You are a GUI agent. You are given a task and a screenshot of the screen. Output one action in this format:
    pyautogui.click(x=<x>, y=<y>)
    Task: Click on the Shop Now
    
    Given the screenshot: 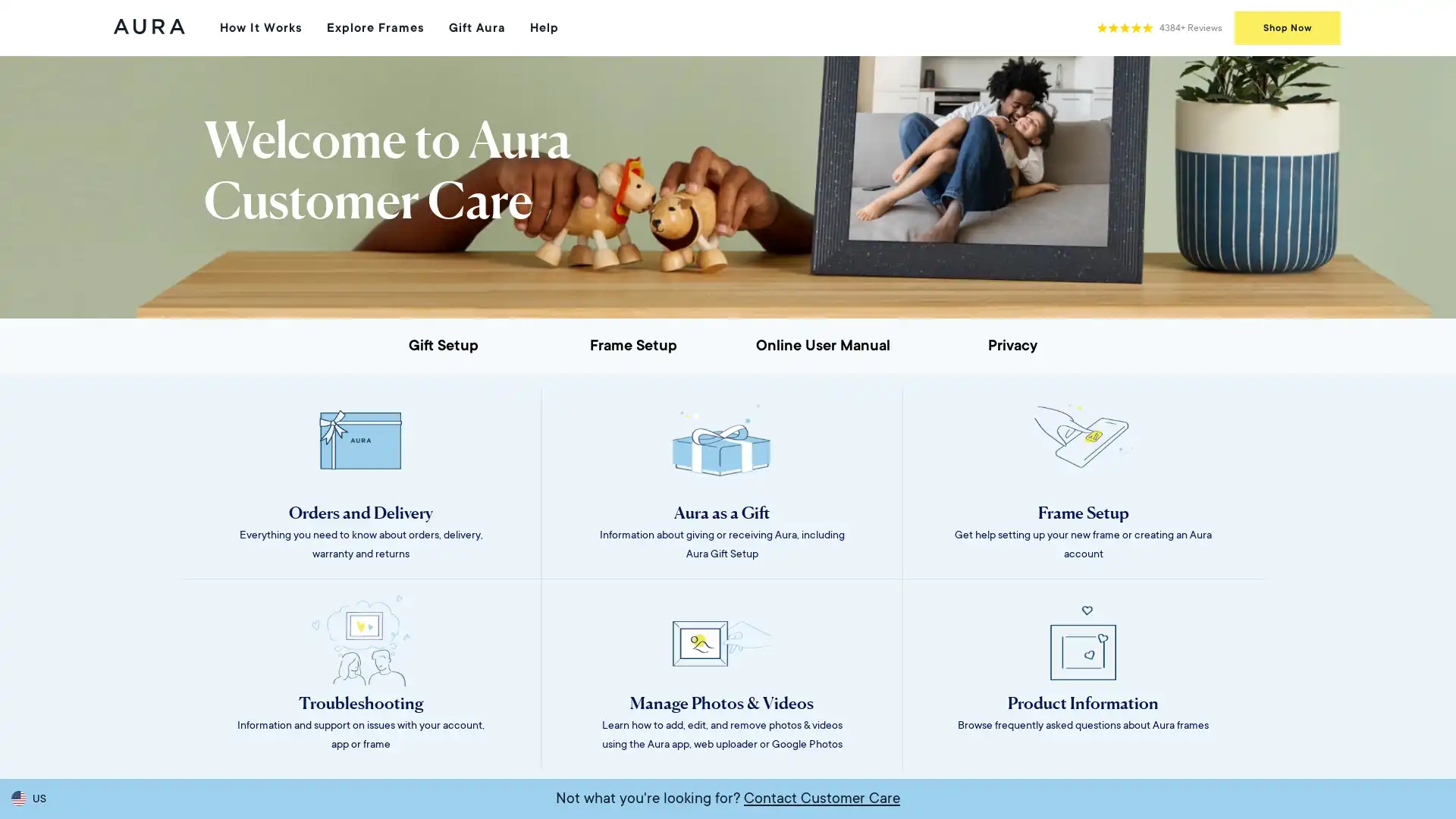 What is the action you would take?
    pyautogui.click(x=1287, y=28)
    